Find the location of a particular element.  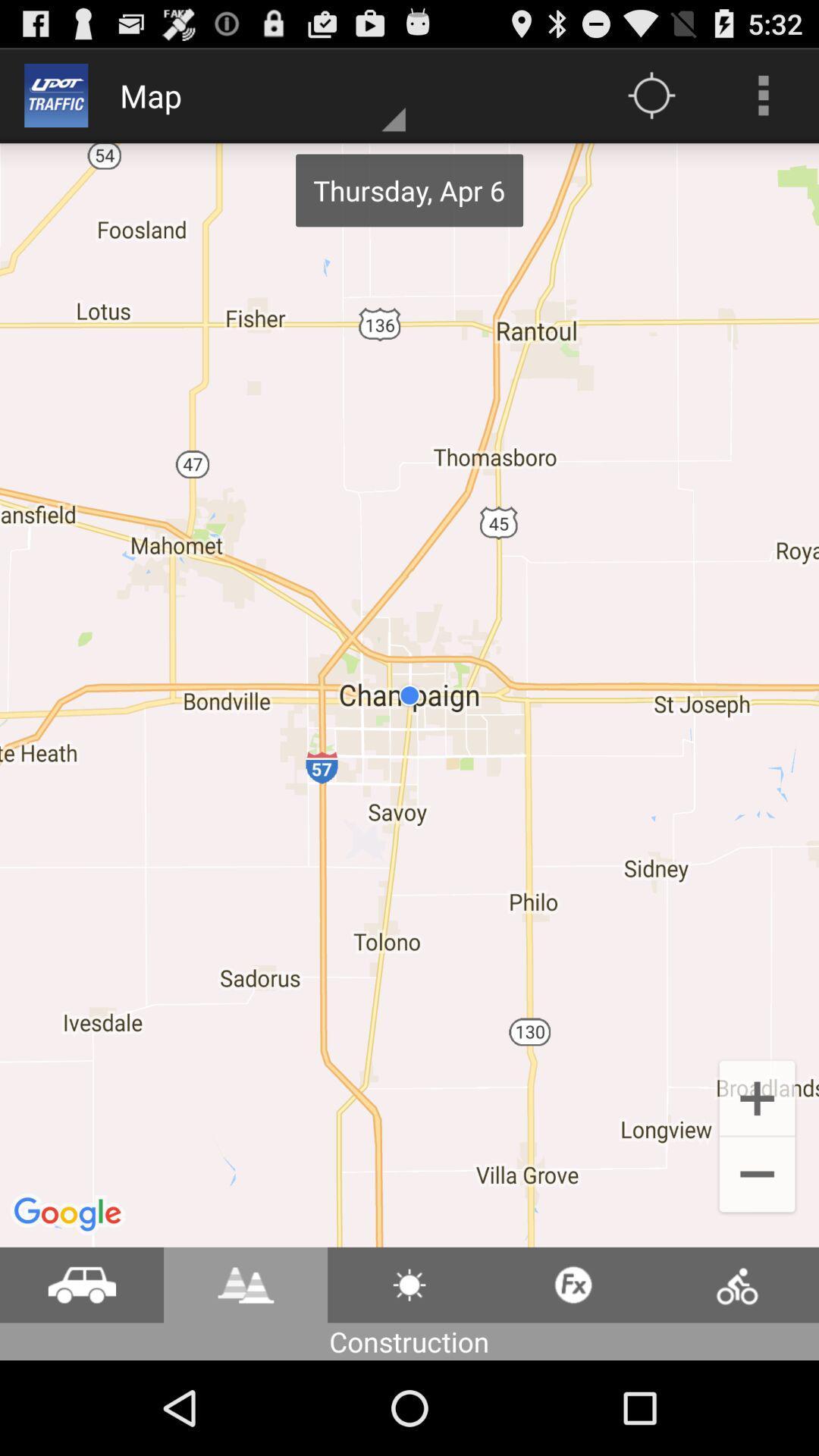

zoom in button is located at coordinates (758, 1097).